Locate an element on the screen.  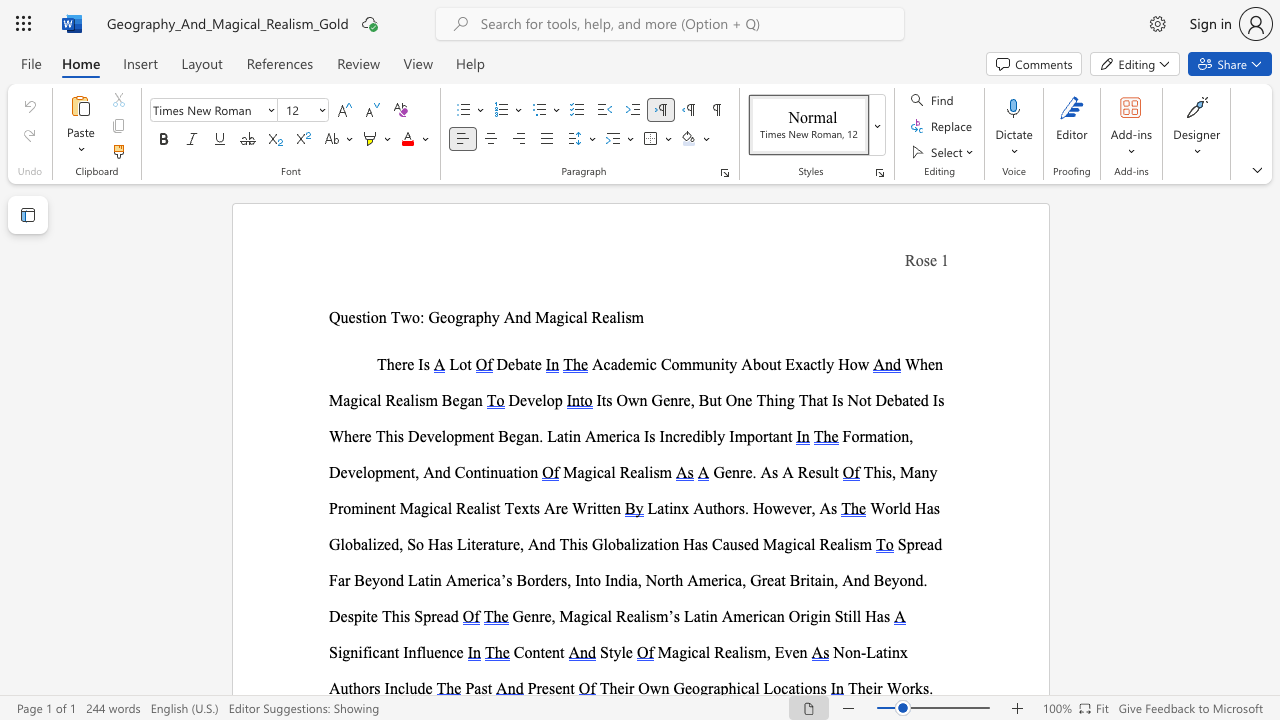
the subset text "al" within the text "Magical Realism" is located at coordinates (636, 472).